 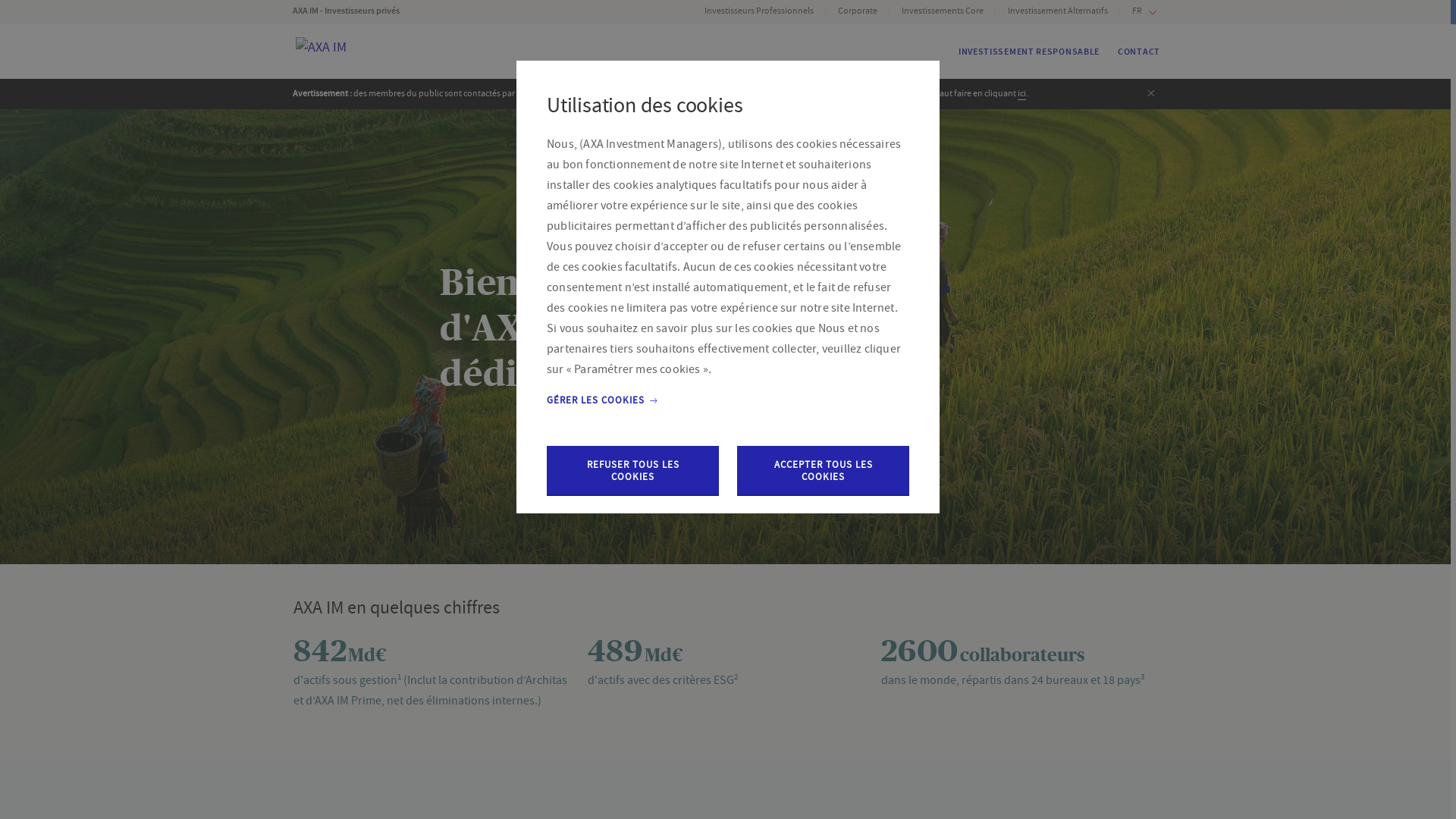 What do you see at coordinates (1143, 12) in the screenshot?
I see `'FR'` at bounding box center [1143, 12].